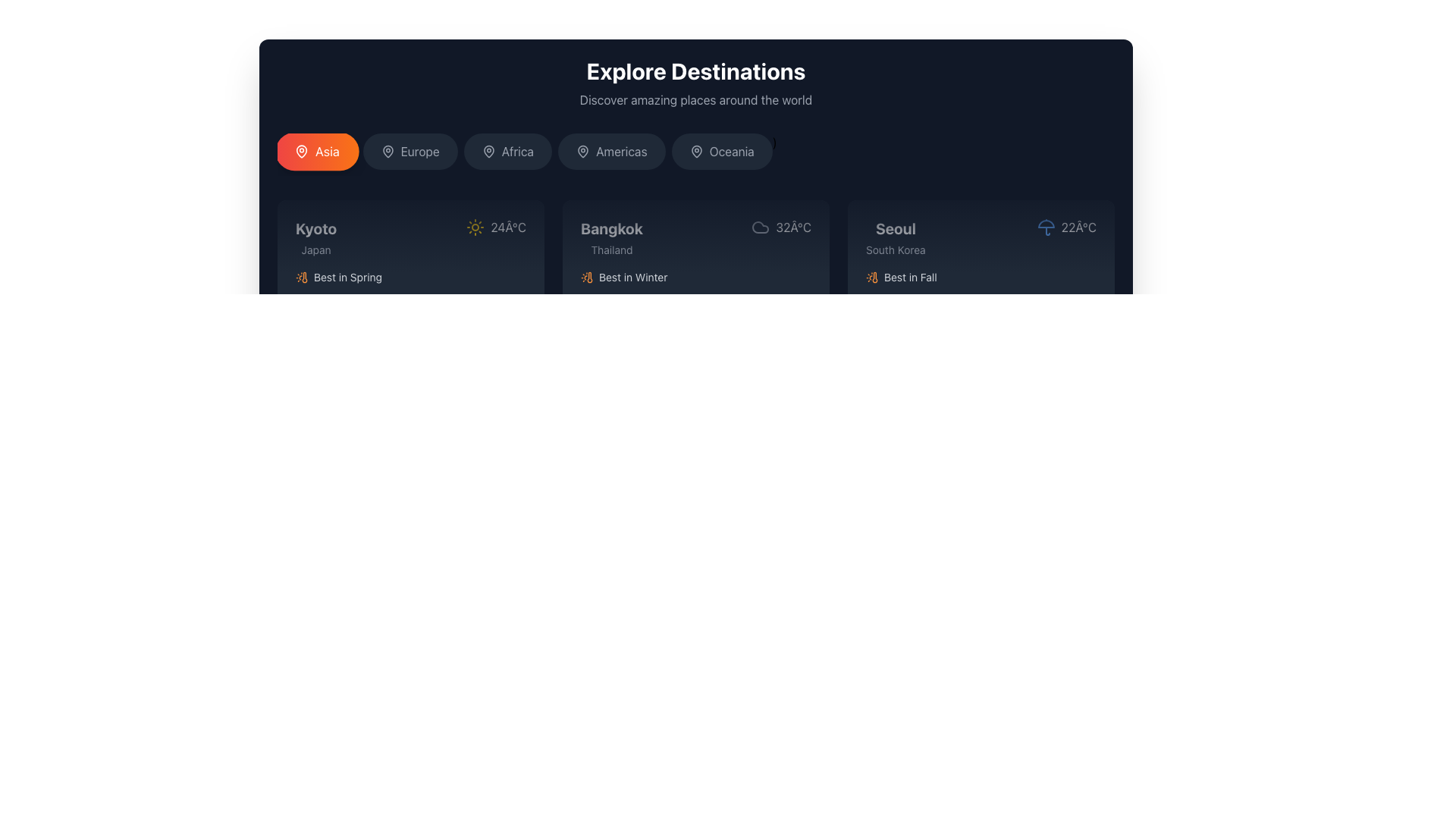  I want to click on the map pin icon representing the 'Oceania' section in the navigation bar, so click(695, 152).